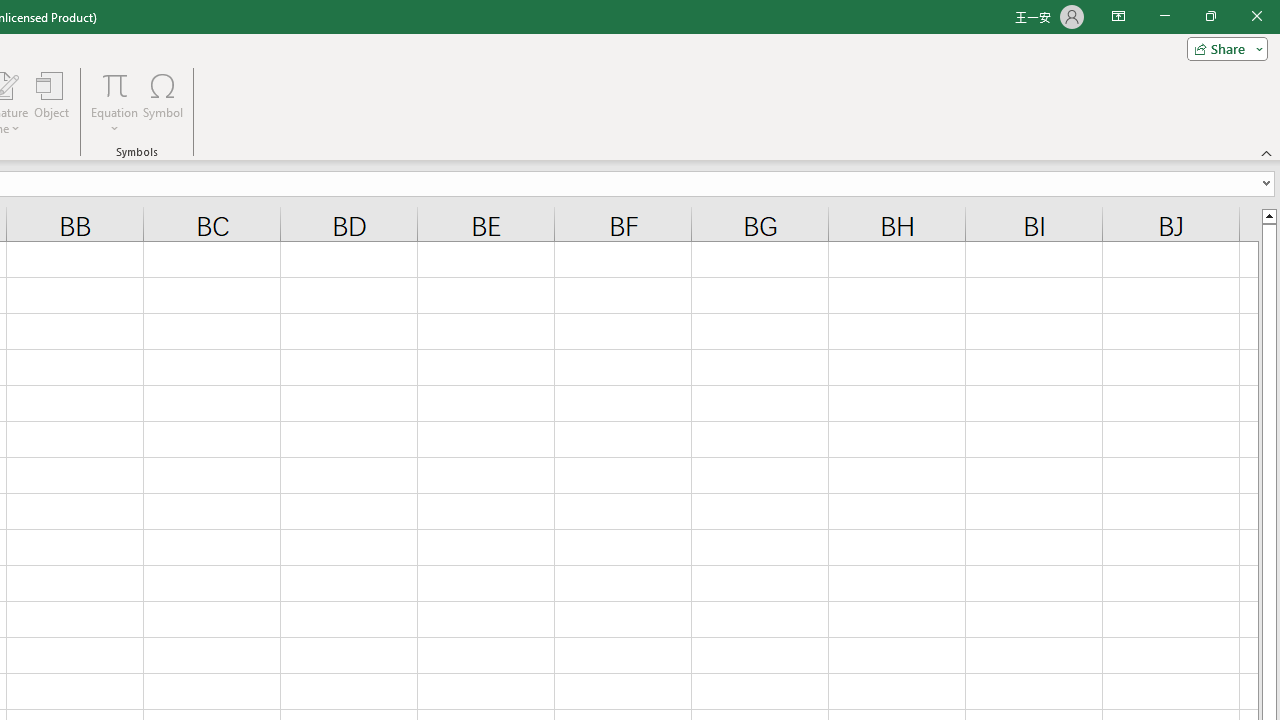  I want to click on 'Minimize', so click(1164, 16).